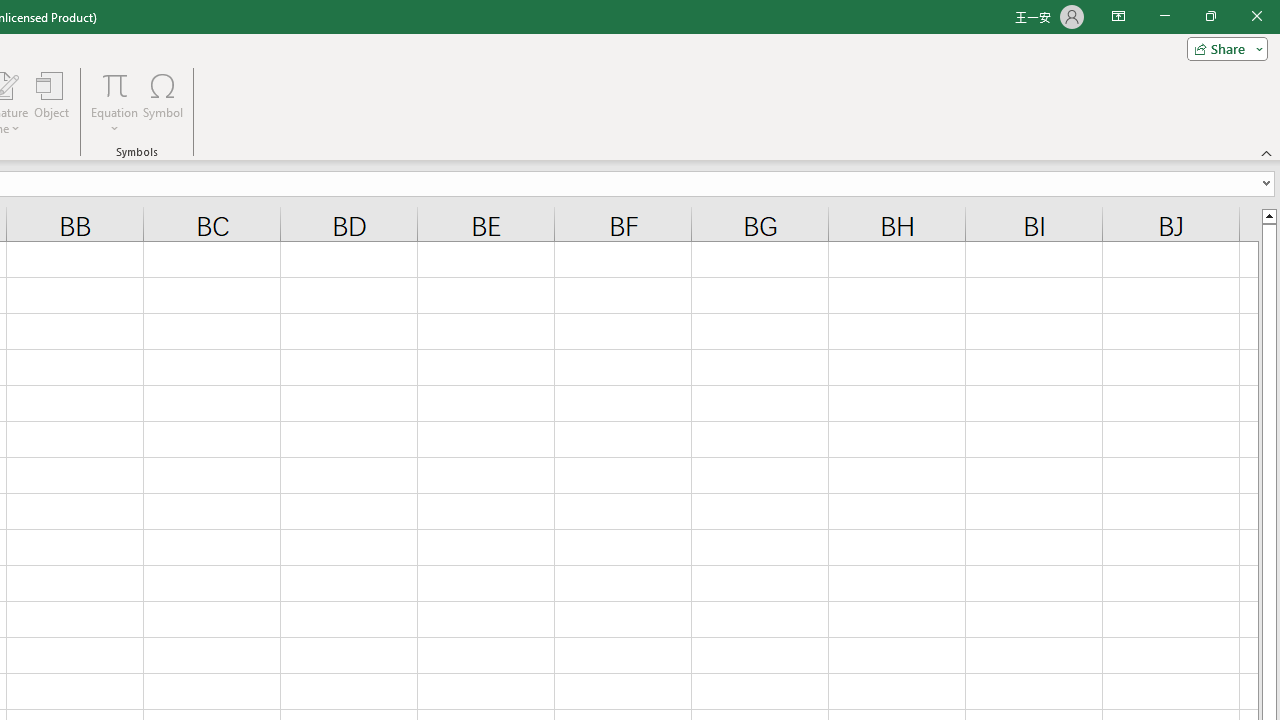  I want to click on 'Minimize', so click(1164, 16).